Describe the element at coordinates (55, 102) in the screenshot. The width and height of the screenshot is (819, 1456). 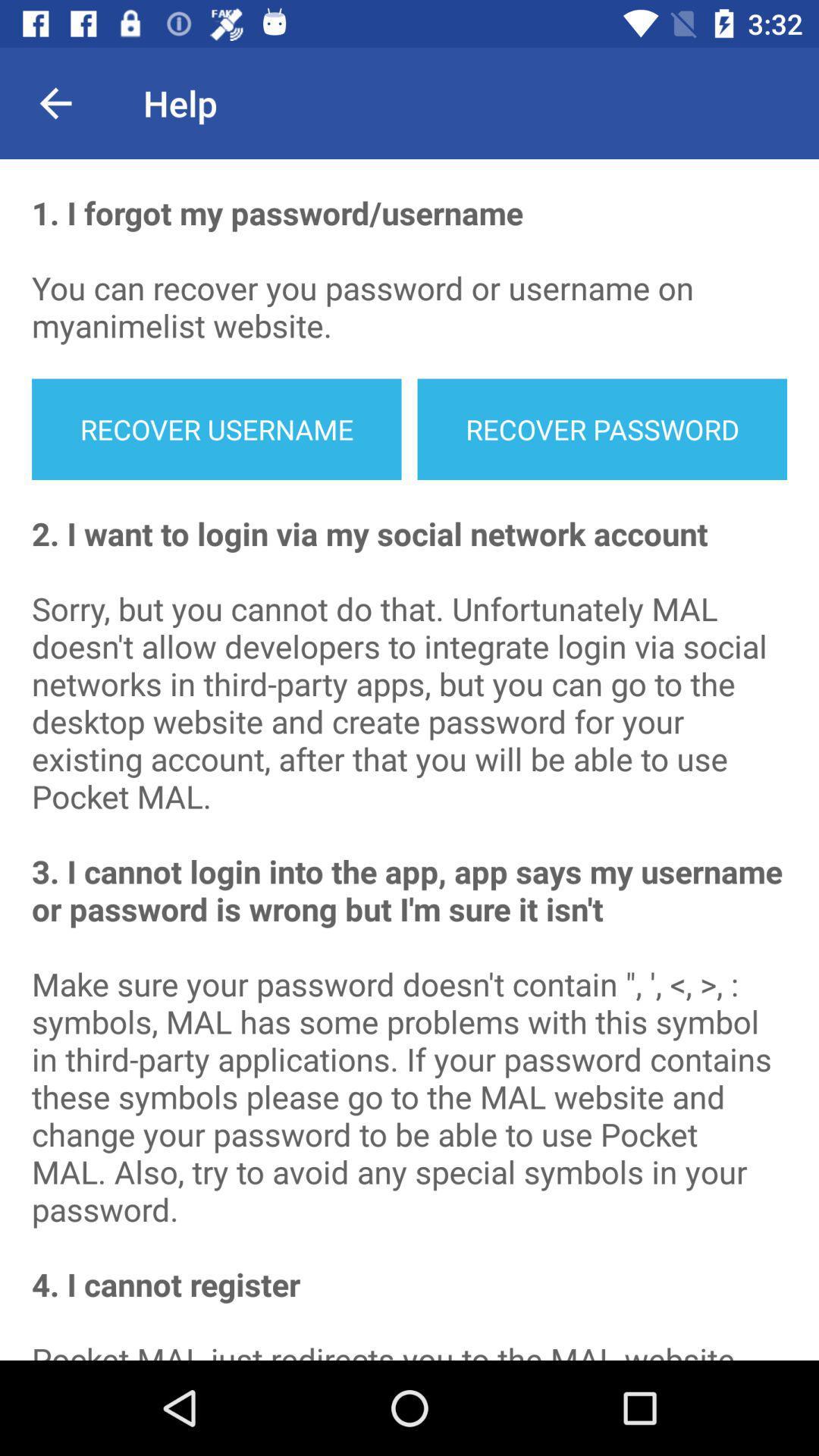
I see `item above the 1 i forgot item` at that location.